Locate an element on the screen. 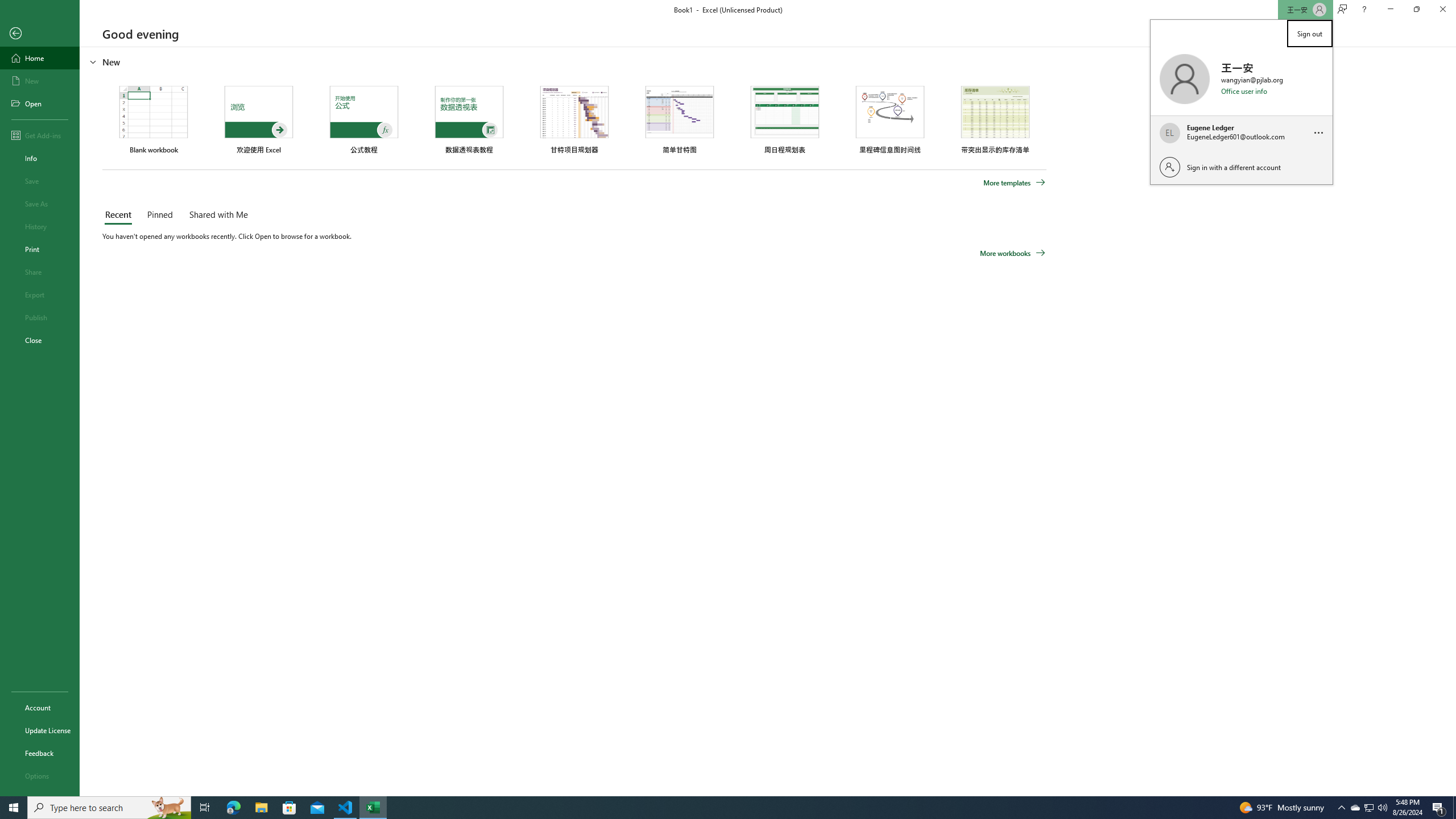  'Show desktop' is located at coordinates (1454, 806).